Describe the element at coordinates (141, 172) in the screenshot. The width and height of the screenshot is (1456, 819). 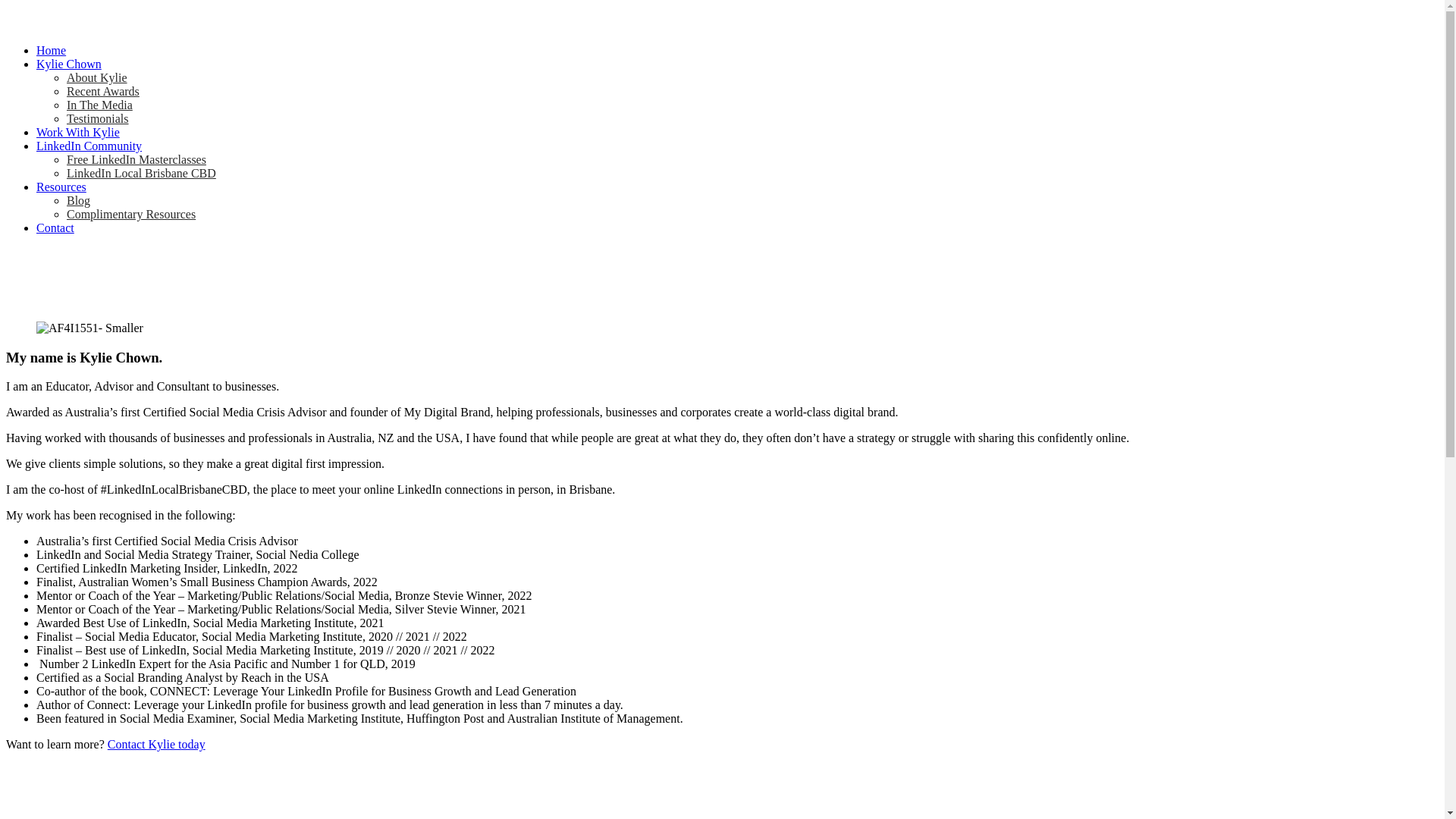
I see `'LinkedIn Local Brisbane CBD'` at that location.